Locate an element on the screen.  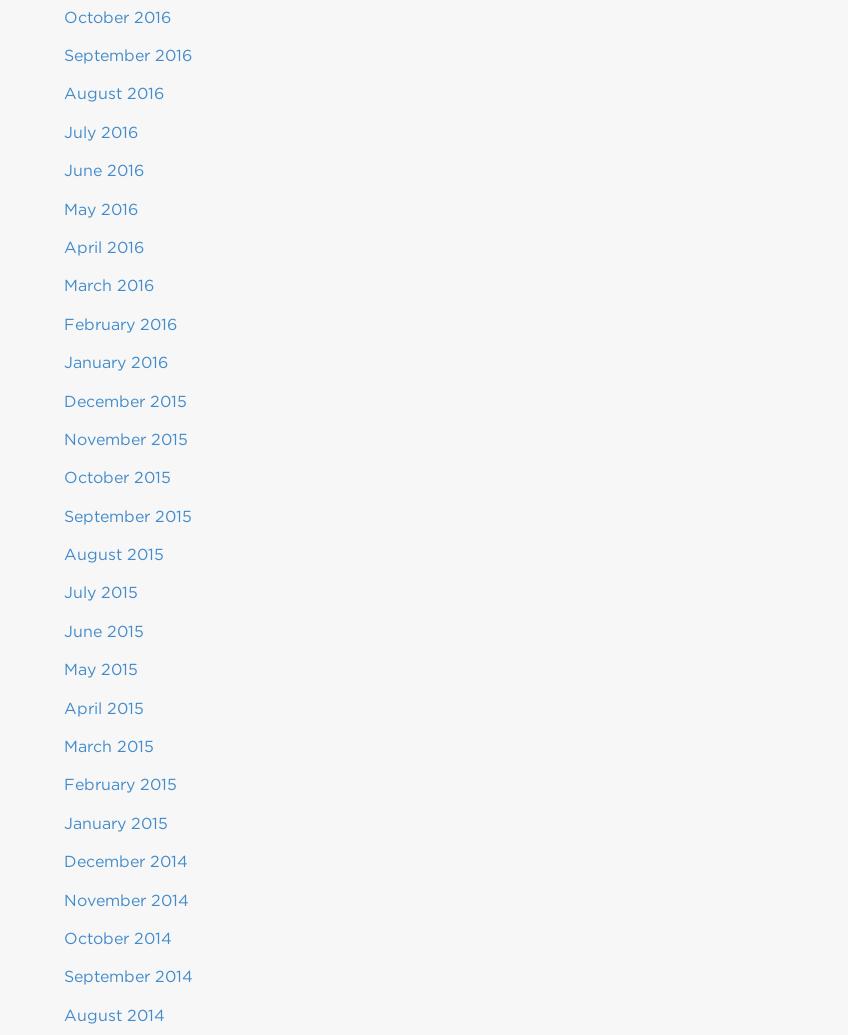
'March 2016' is located at coordinates (107, 285).